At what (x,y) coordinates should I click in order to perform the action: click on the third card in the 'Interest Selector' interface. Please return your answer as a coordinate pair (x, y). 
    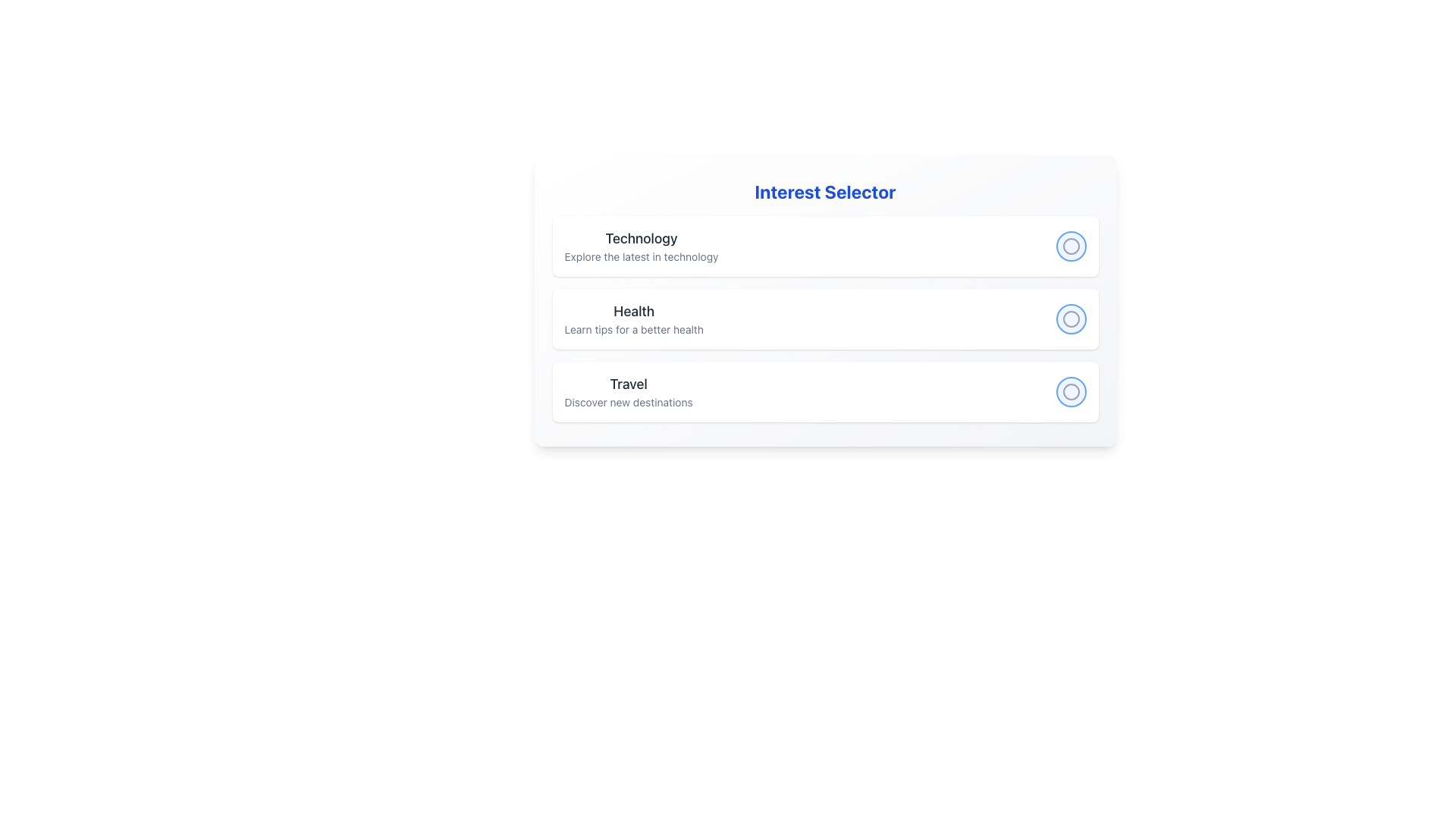
    Looking at the image, I should click on (824, 391).